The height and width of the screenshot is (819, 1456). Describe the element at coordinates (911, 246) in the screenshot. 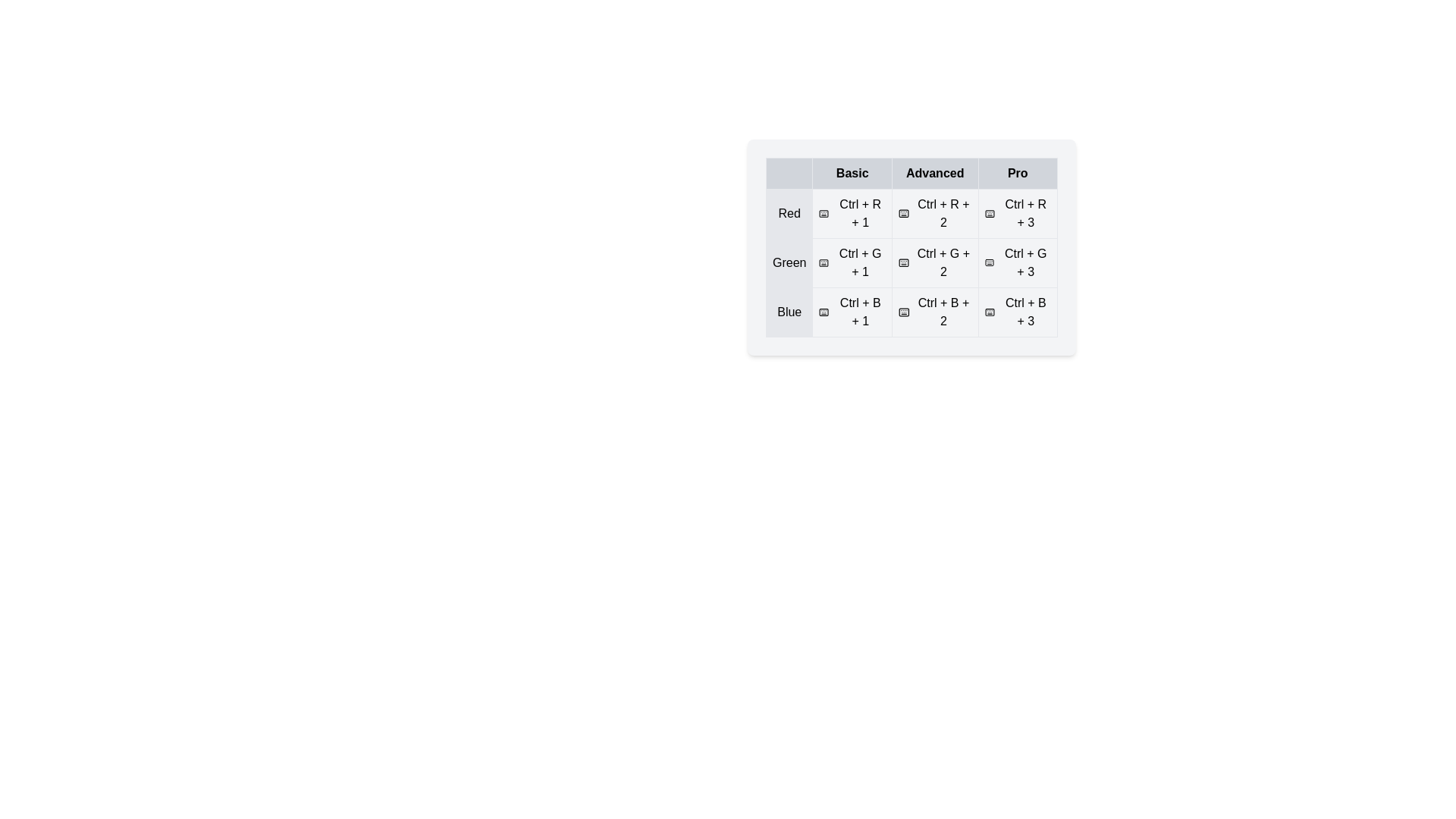

I see `the content of the table cell located in the second row under the 'Green' category and the second column under the 'Advanced' title, which indicates the command 'Ctrl + G + 2'` at that location.